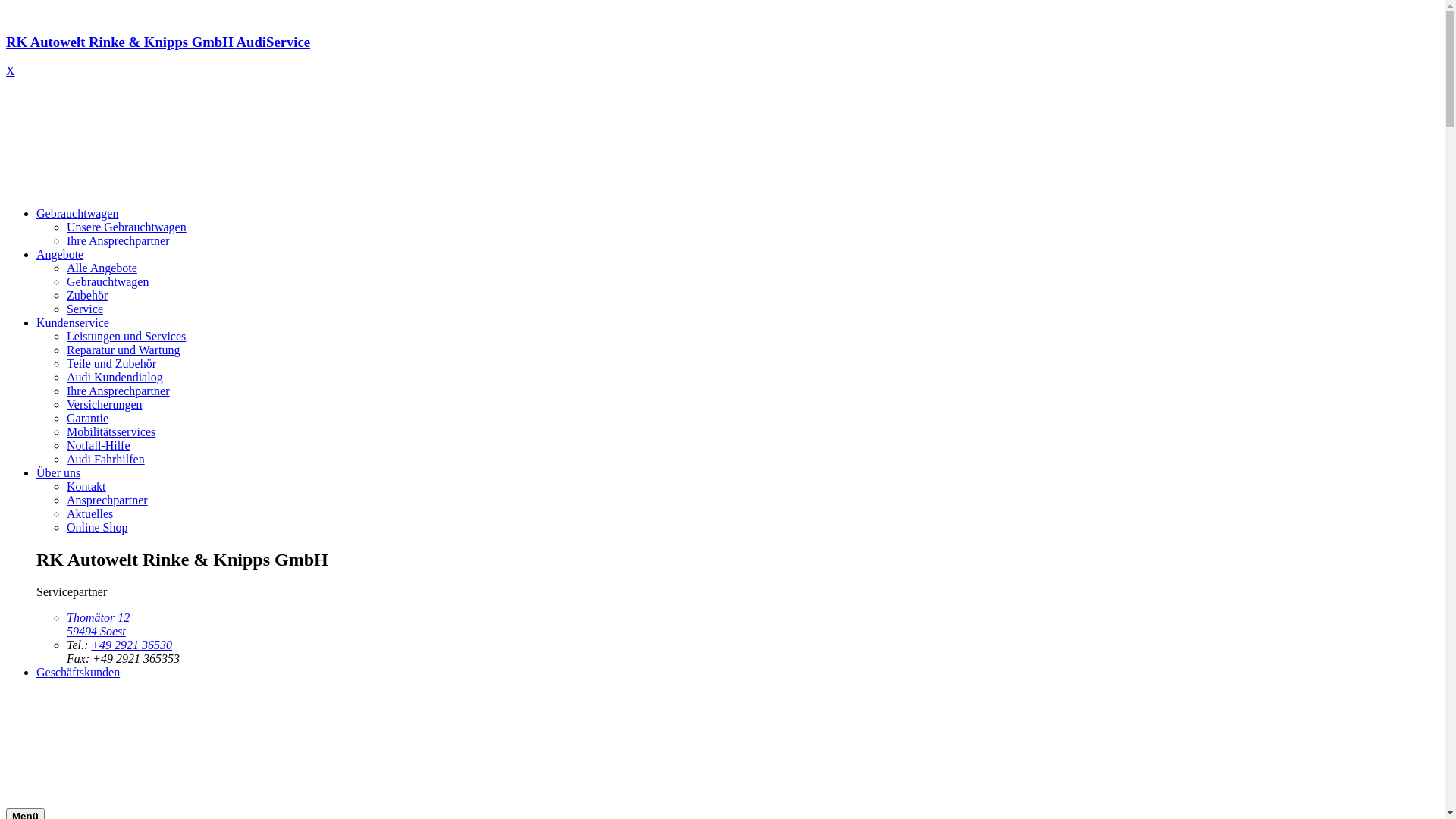 This screenshot has width=1456, height=819. Describe the element at coordinates (76, 213) in the screenshot. I see `'Gebrauchtwagen'` at that location.